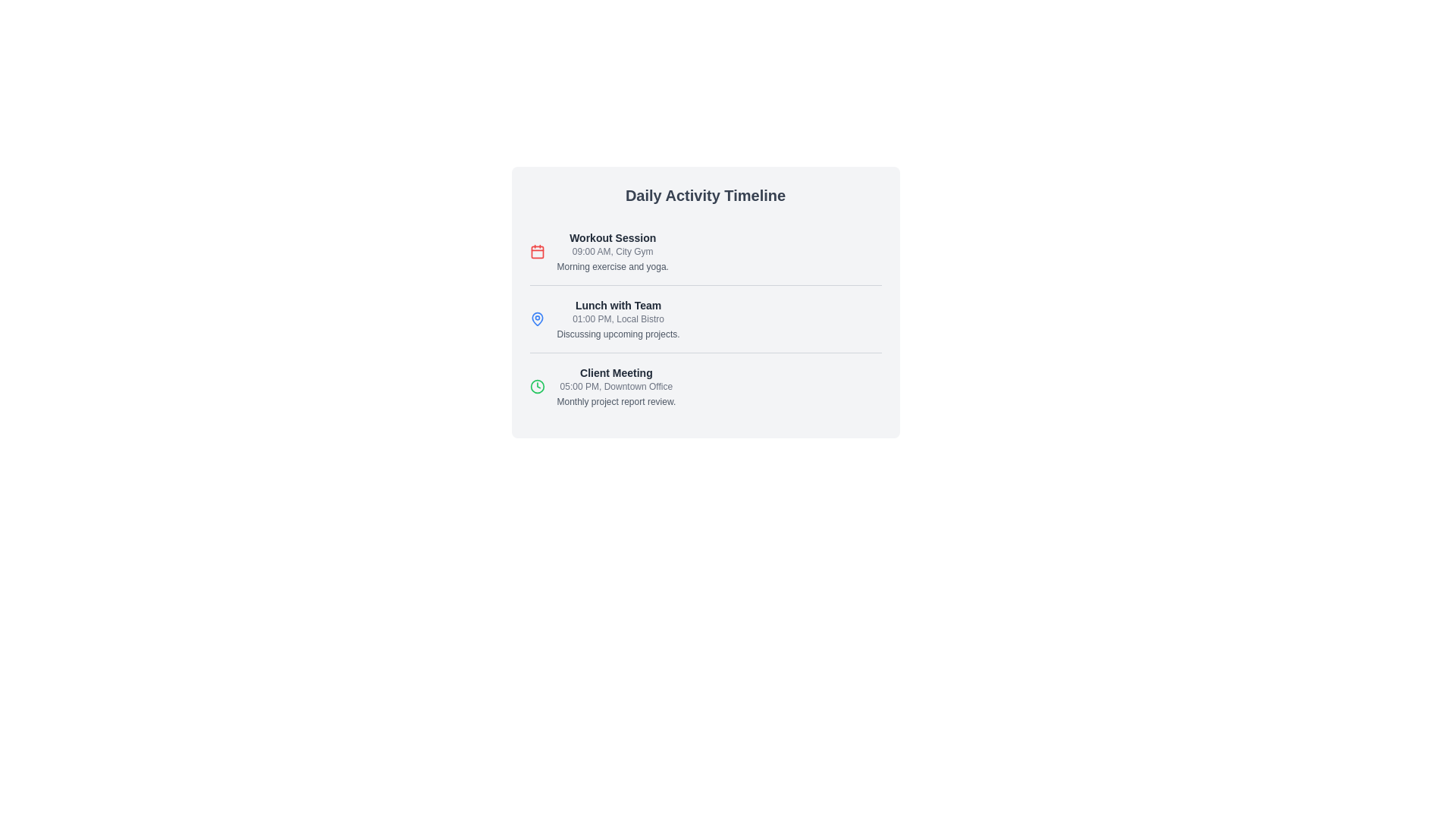 The height and width of the screenshot is (819, 1456). Describe the element at coordinates (616, 385) in the screenshot. I see `meeting details of the 'Client Meeting' event in the Daily Activity Timeline, which is the third item in the vertical list` at that location.